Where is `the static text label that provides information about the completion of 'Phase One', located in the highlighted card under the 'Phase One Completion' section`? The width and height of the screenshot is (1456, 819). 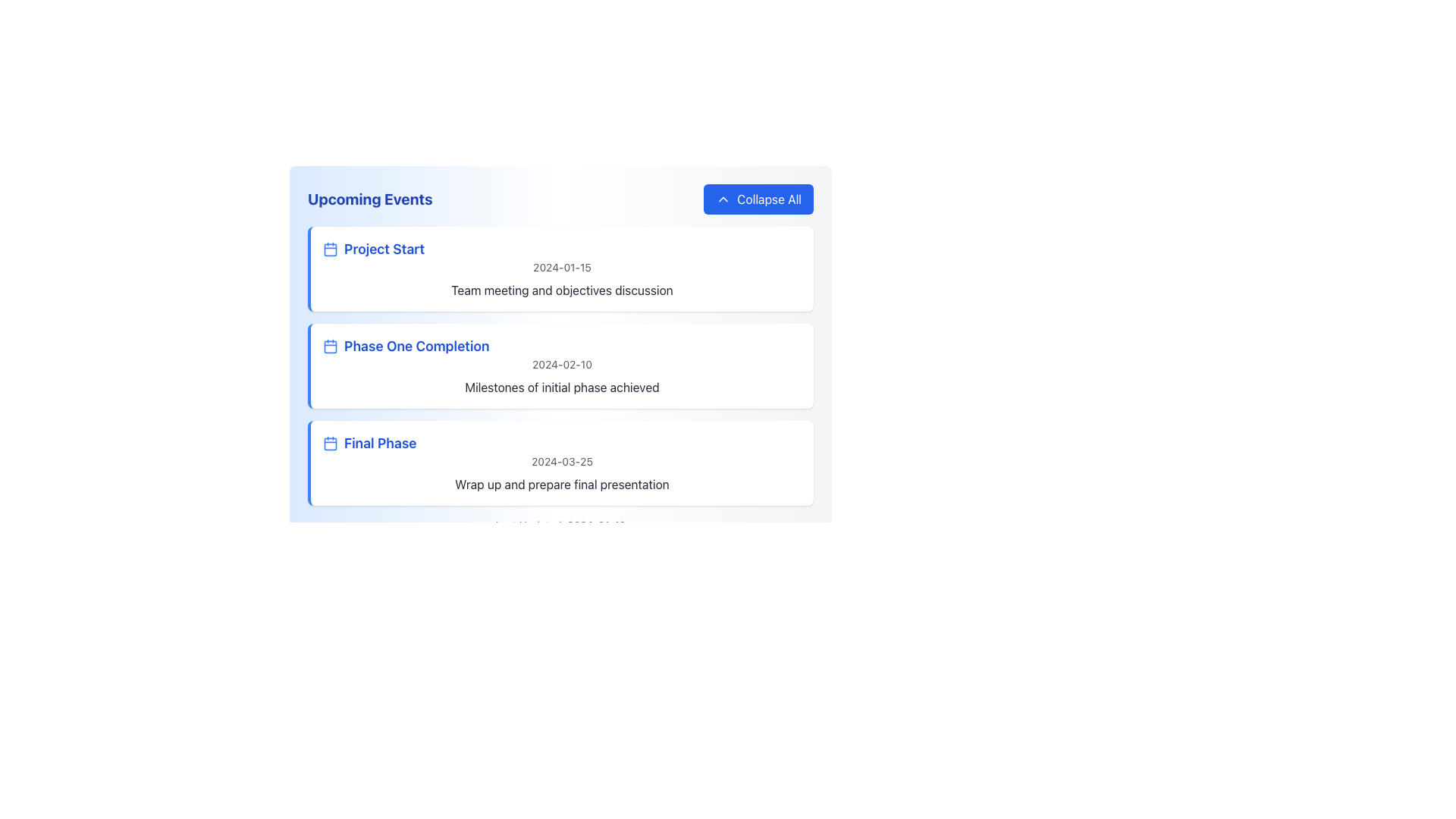
the static text label that provides information about the completion of 'Phase One', located in the highlighted card under the 'Phase One Completion' section is located at coordinates (561, 386).